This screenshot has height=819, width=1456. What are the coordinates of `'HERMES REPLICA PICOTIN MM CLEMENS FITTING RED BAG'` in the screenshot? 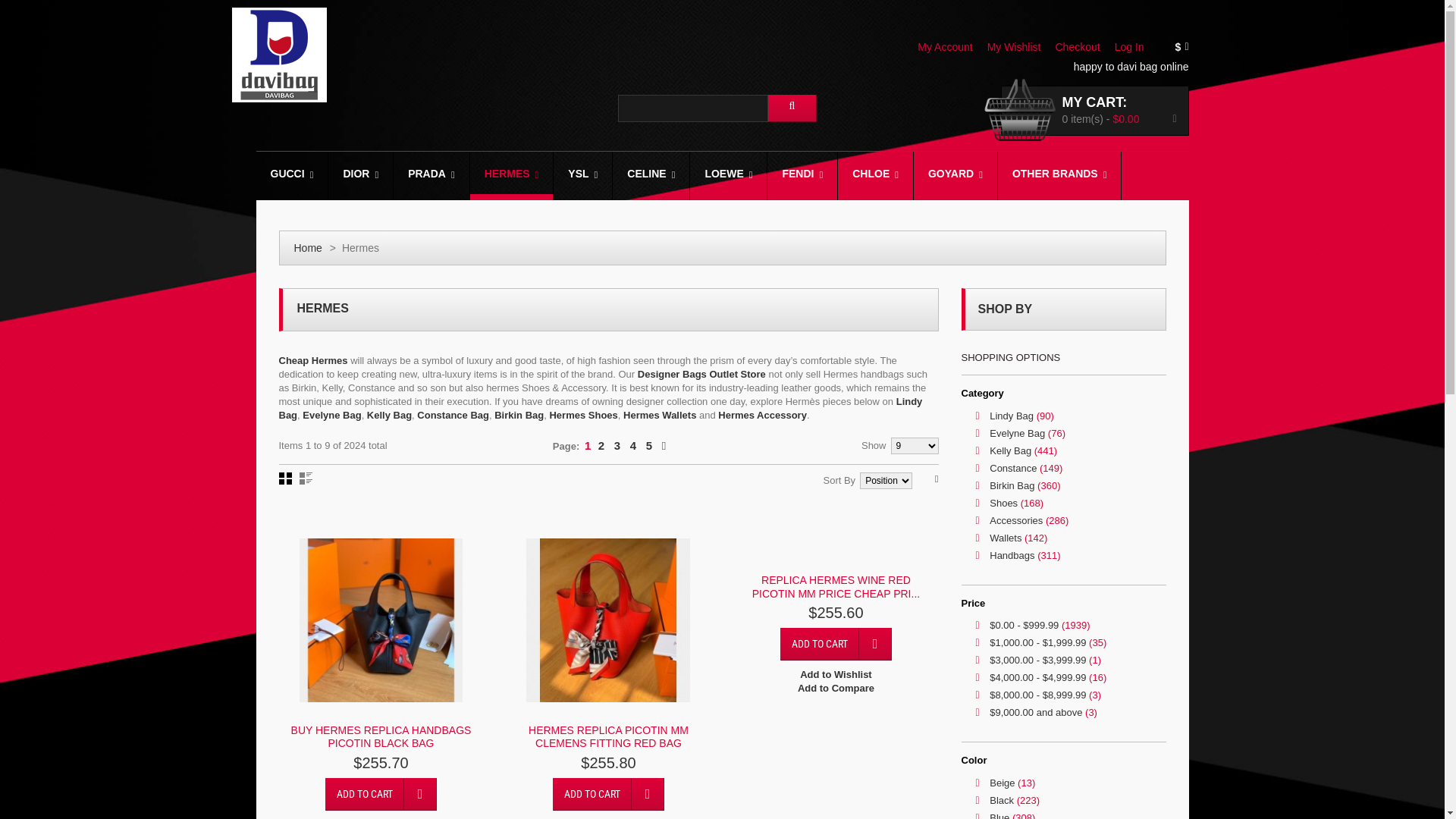 It's located at (608, 736).